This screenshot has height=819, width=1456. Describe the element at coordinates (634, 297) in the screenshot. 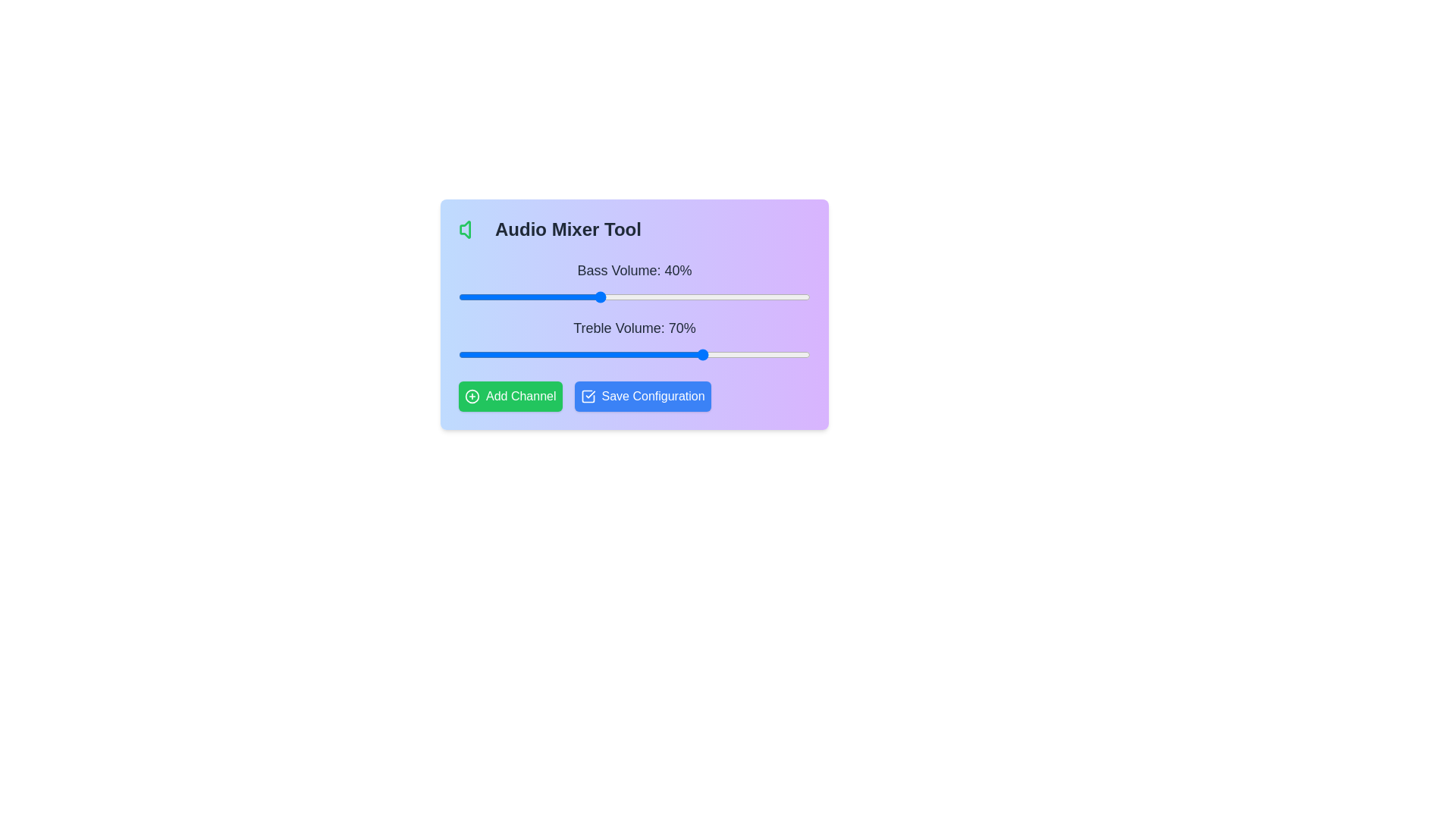

I see `the Bass Volume slider located below the label 'Bass Volume: 40%' in the 'Audio Mixer Tool' panel` at that location.